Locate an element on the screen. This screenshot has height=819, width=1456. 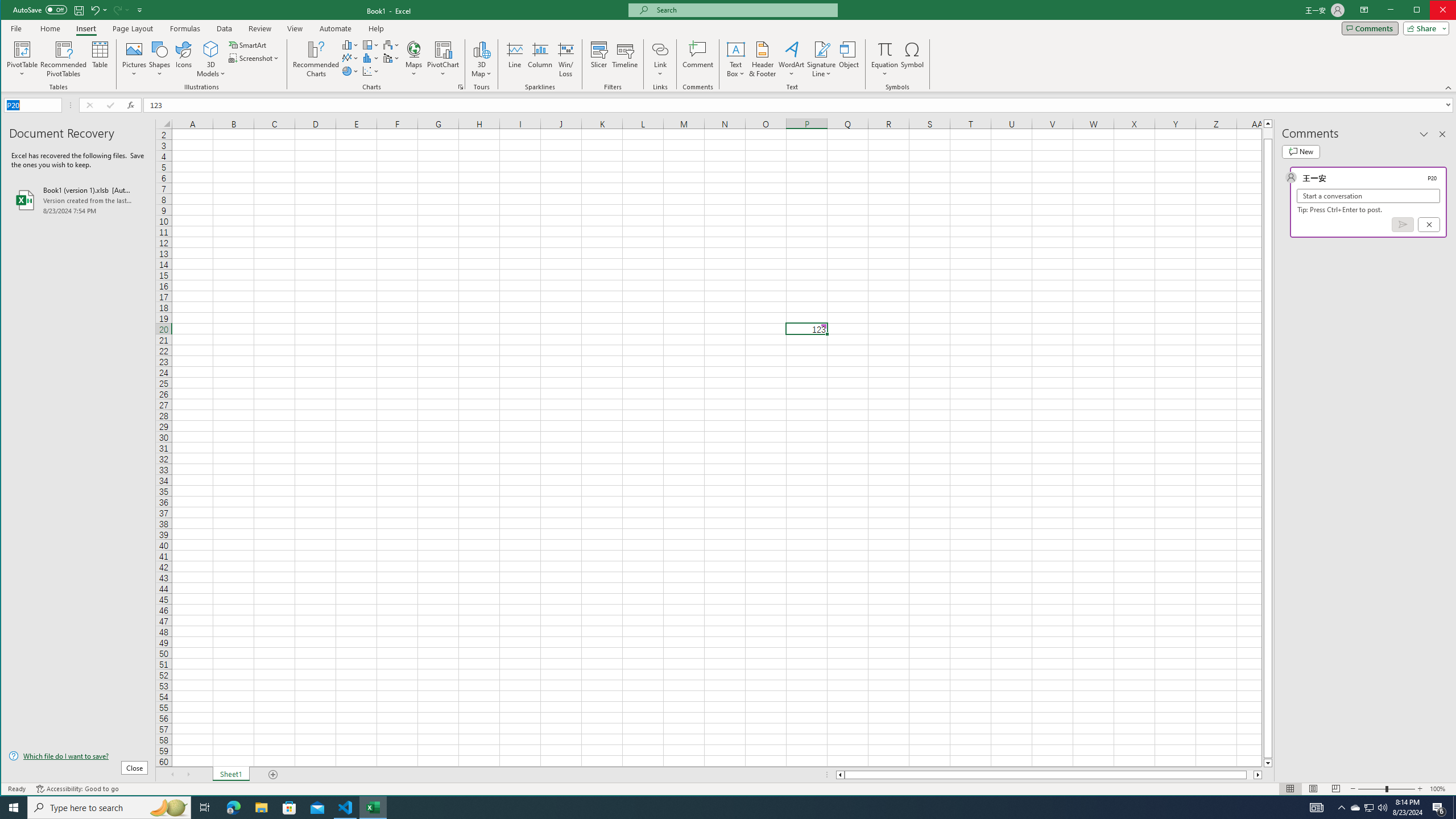
'Win/Loss' is located at coordinates (565, 59).